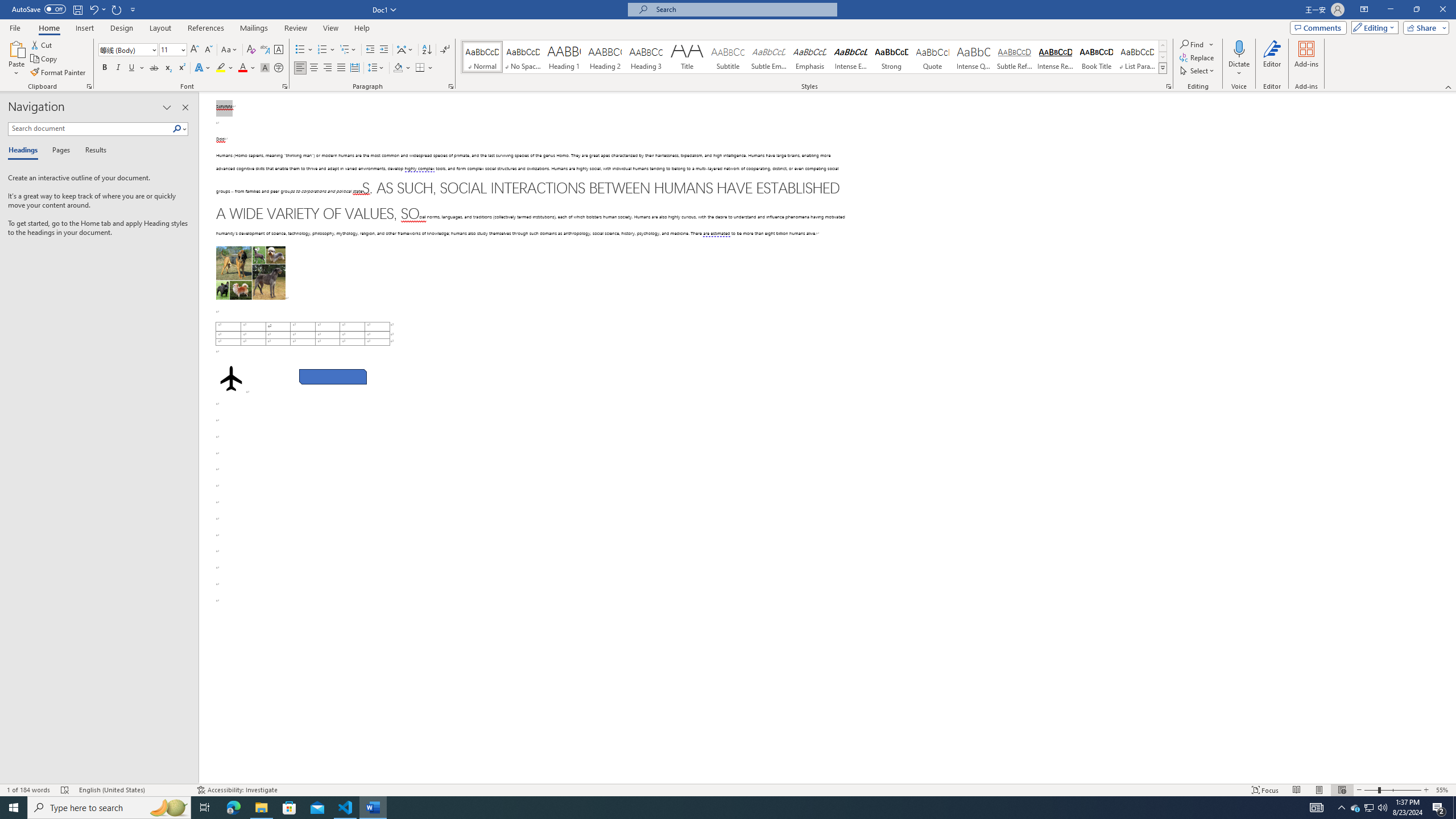 Image resolution: width=1456 pixels, height=819 pixels. What do you see at coordinates (225, 67) in the screenshot?
I see `'Text Highlight Color'` at bounding box center [225, 67].